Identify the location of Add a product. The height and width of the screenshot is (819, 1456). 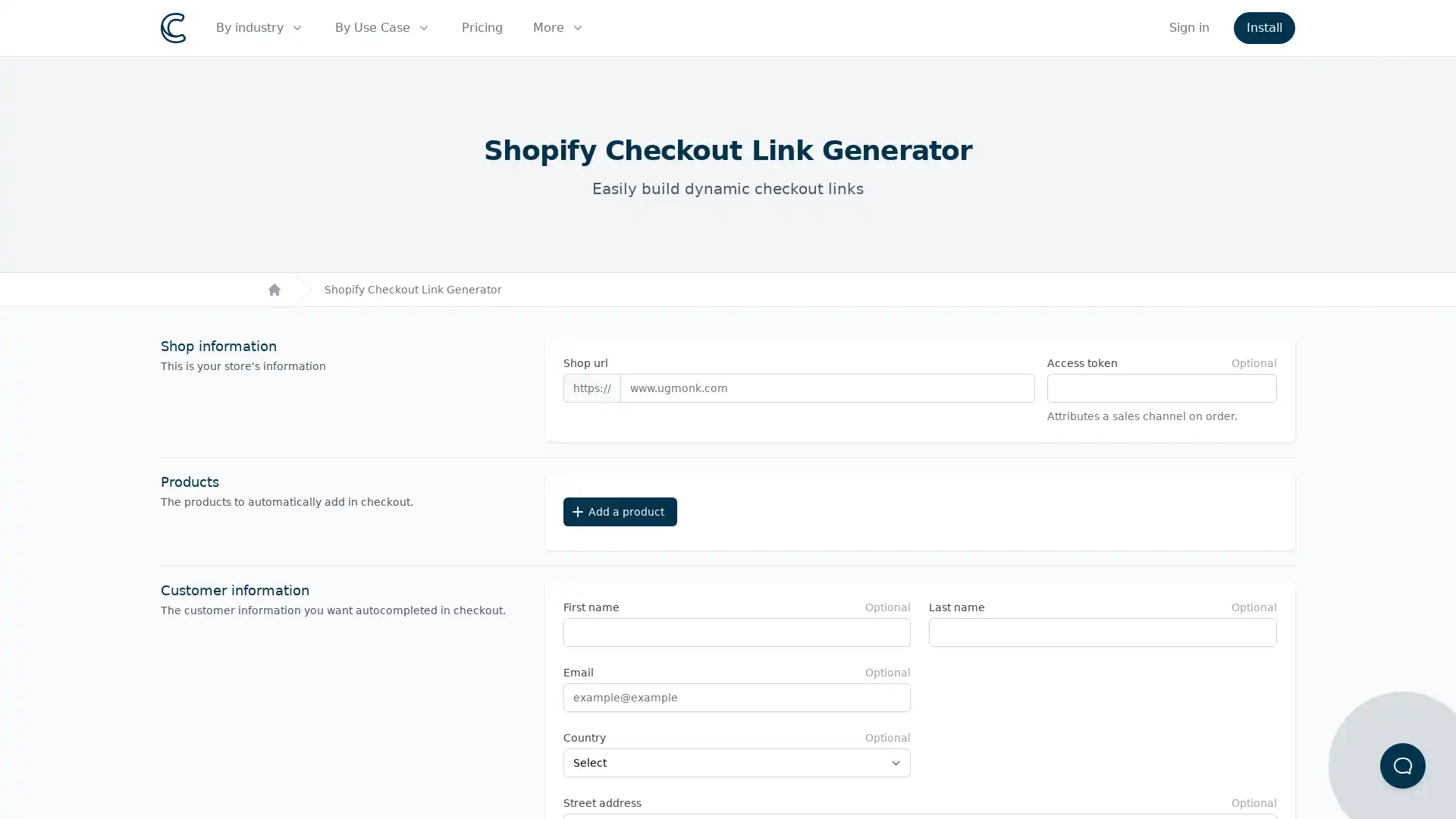
(619, 512).